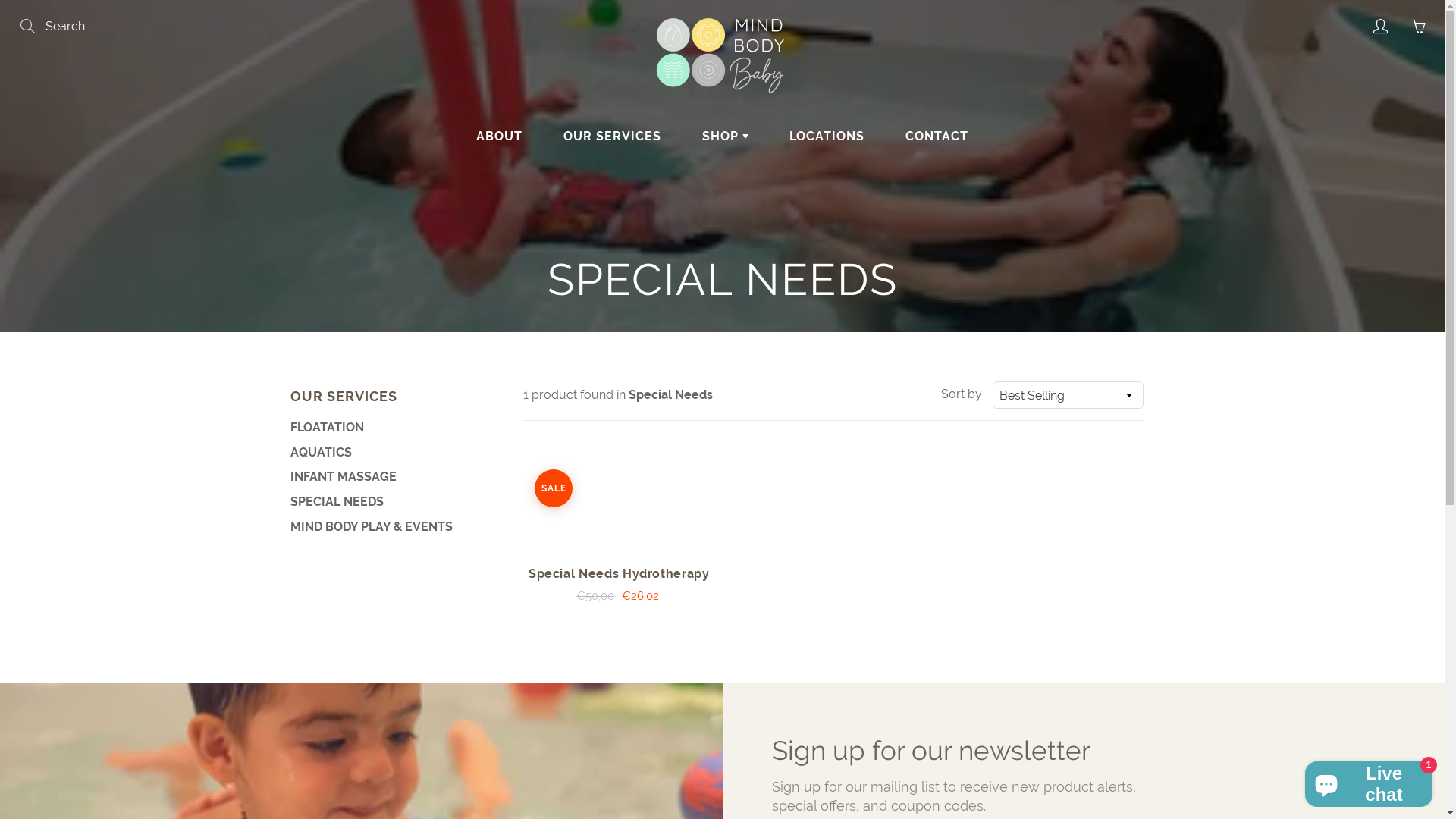 The width and height of the screenshot is (1456, 819). What do you see at coordinates (1368, 780) in the screenshot?
I see `'Shopify online store chat'` at bounding box center [1368, 780].